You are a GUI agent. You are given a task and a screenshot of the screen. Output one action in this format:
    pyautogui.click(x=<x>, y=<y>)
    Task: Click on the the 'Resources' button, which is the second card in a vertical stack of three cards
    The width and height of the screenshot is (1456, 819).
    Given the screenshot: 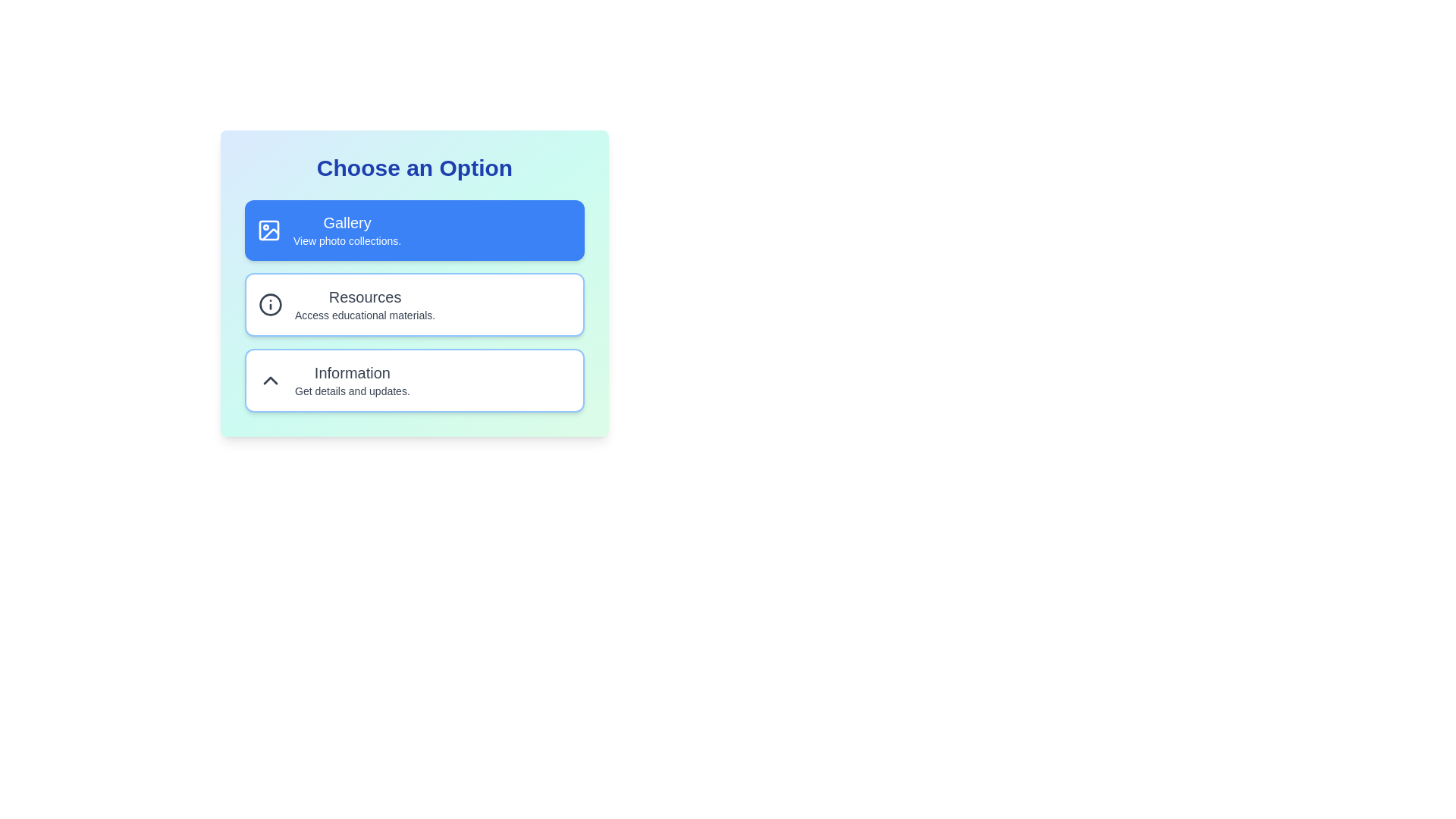 What is the action you would take?
    pyautogui.click(x=415, y=284)
    